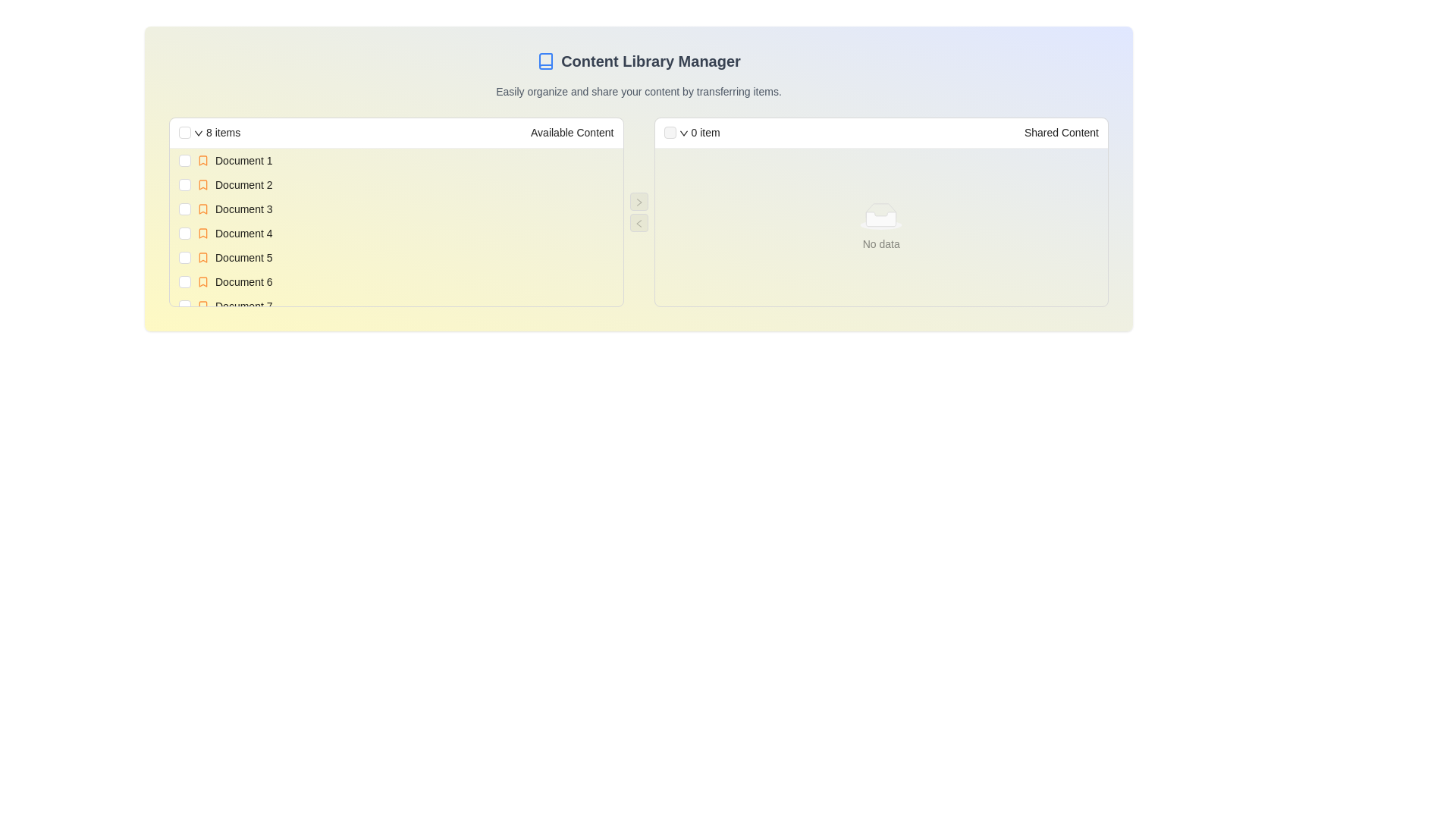  I want to click on the static icon representing the Content Library Manager feature located near the top-center of the interface, so click(546, 61).